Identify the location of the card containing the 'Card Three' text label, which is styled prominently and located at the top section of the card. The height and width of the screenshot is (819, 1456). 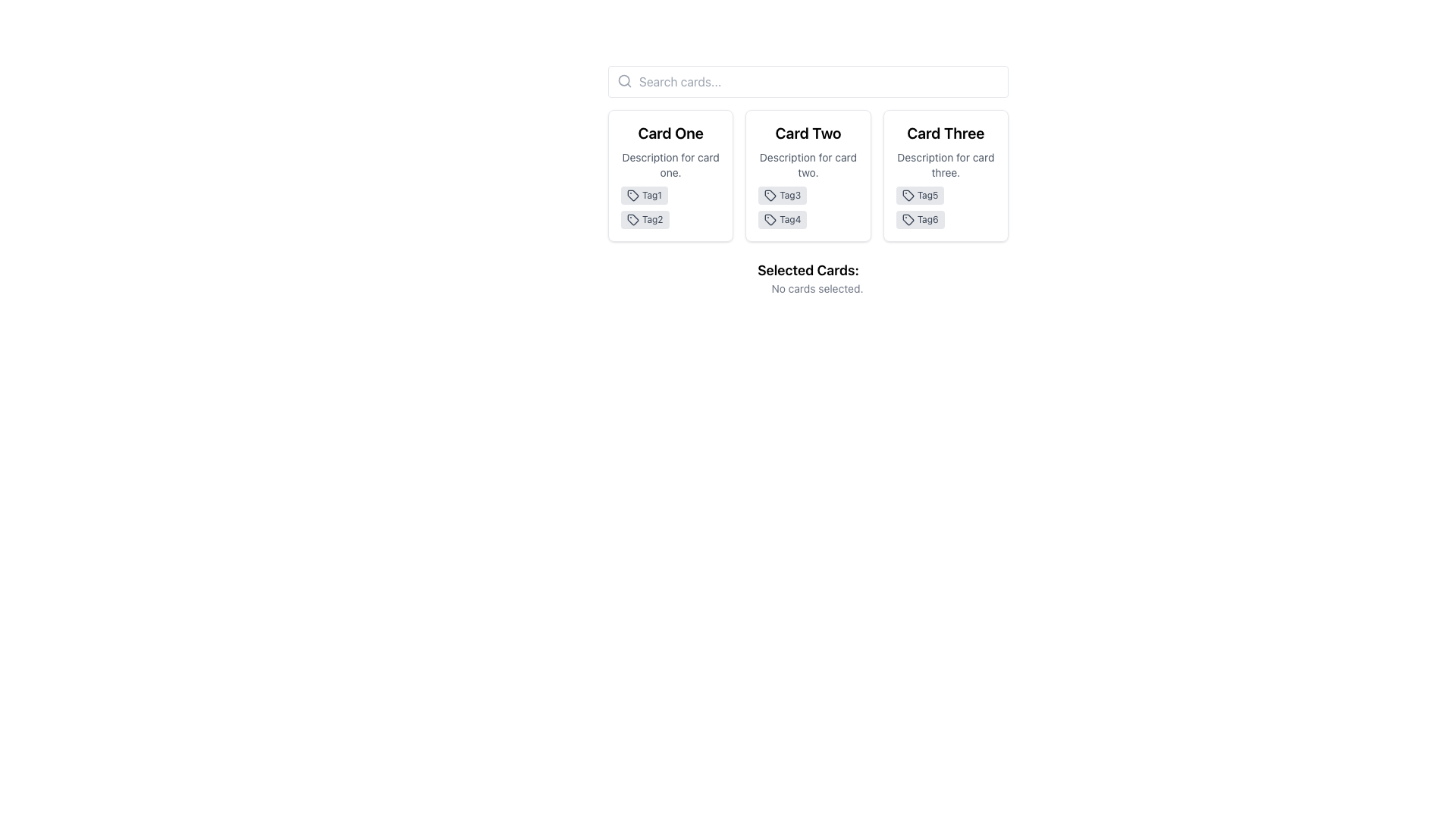
(945, 133).